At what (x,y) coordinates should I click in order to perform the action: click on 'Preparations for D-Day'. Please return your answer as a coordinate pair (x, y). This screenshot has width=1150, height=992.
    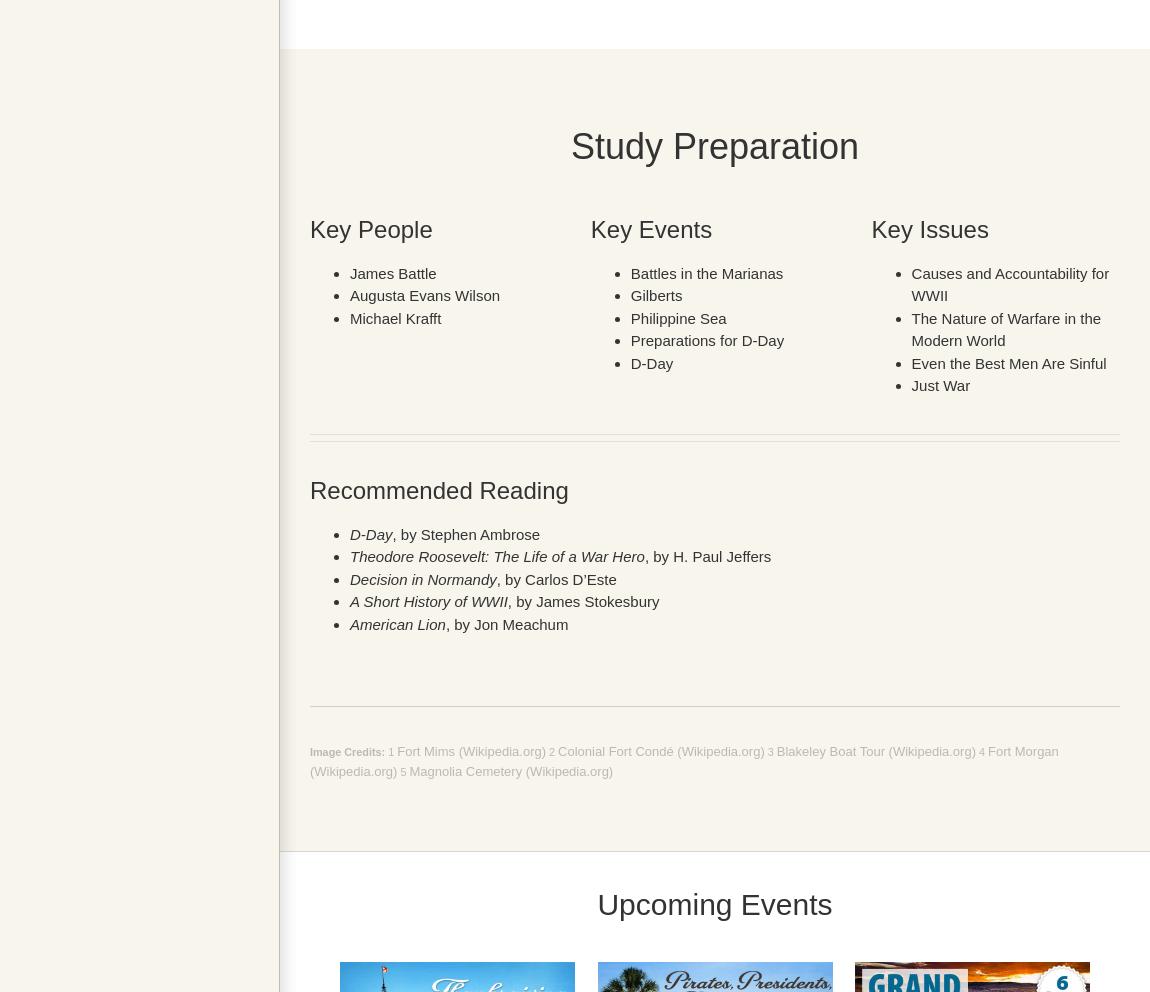
    Looking at the image, I should click on (706, 339).